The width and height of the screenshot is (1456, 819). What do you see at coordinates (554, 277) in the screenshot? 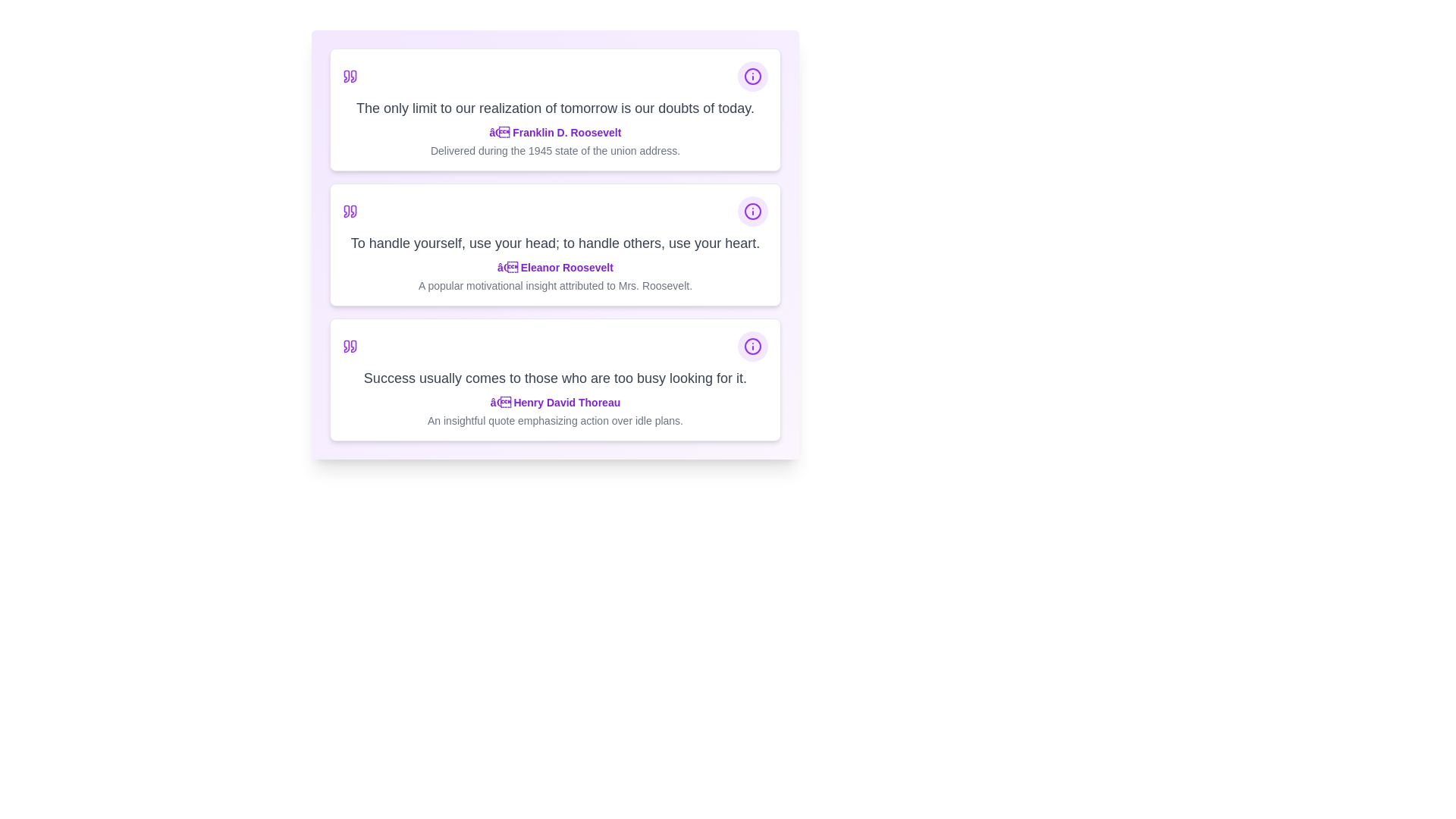
I see `the Text Block containing the header 'Eleanor Roosevelt' with a bold, purple font and gray description text below it` at bounding box center [554, 277].